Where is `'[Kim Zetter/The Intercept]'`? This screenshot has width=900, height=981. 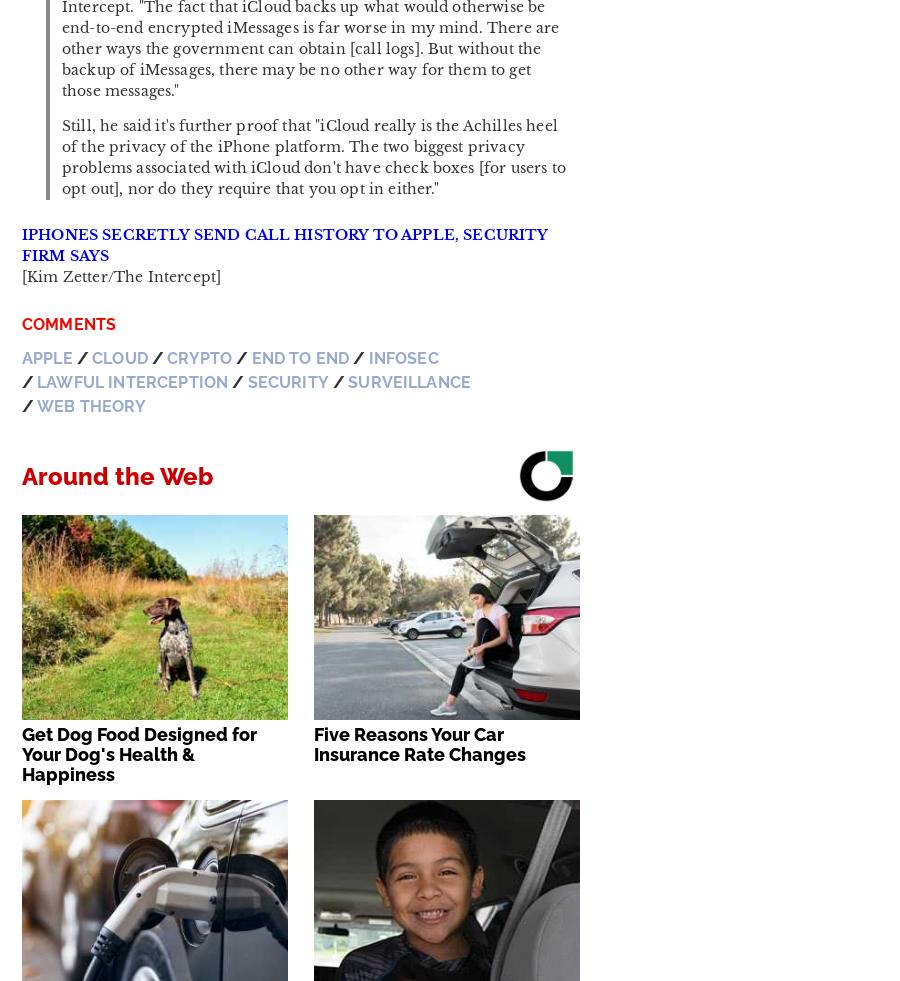
'[Kim Zetter/The Intercept]' is located at coordinates (121, 276).